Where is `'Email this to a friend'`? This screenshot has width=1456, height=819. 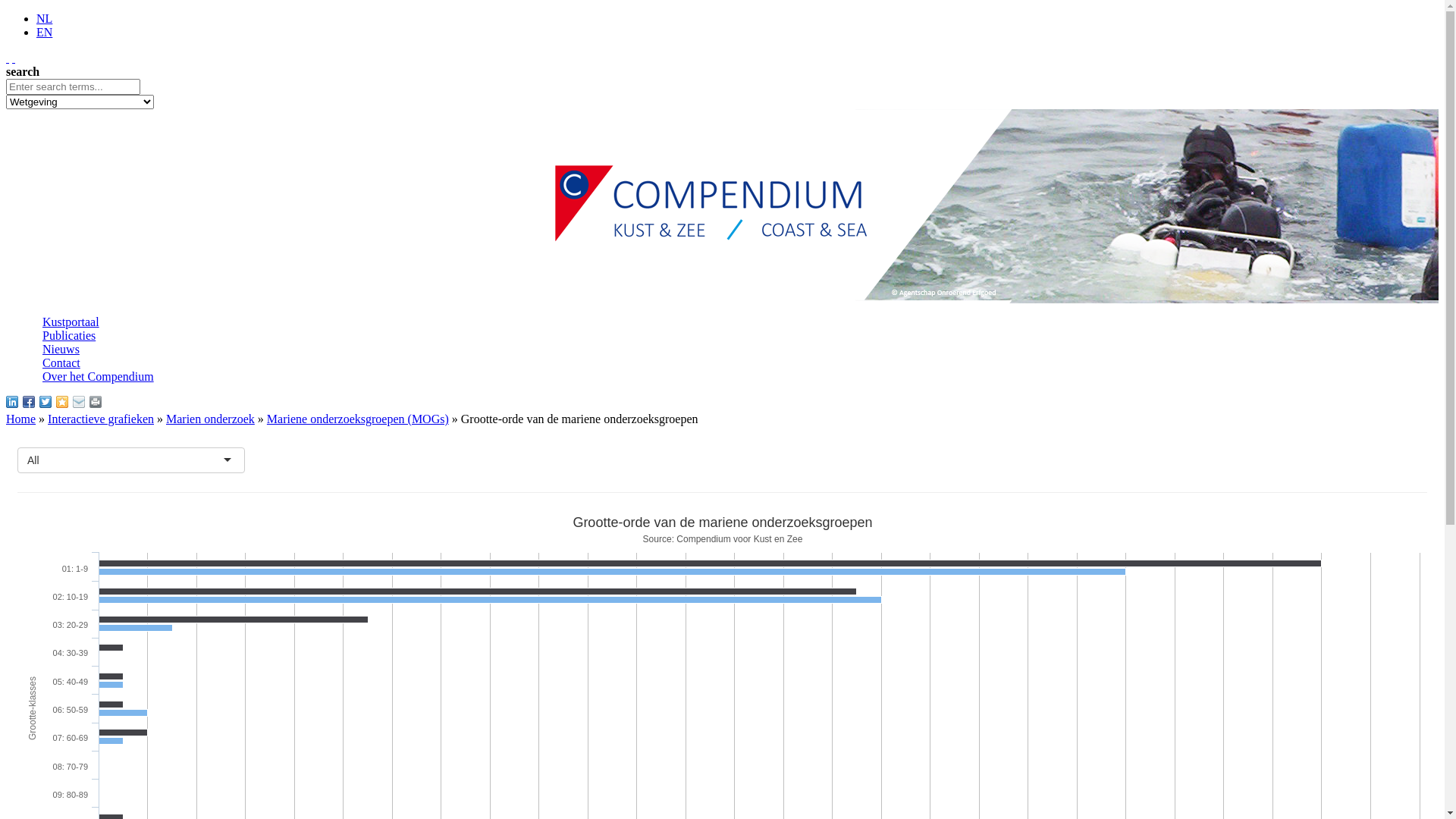 'Email this to a friend' is located at coordinates (78, 400).